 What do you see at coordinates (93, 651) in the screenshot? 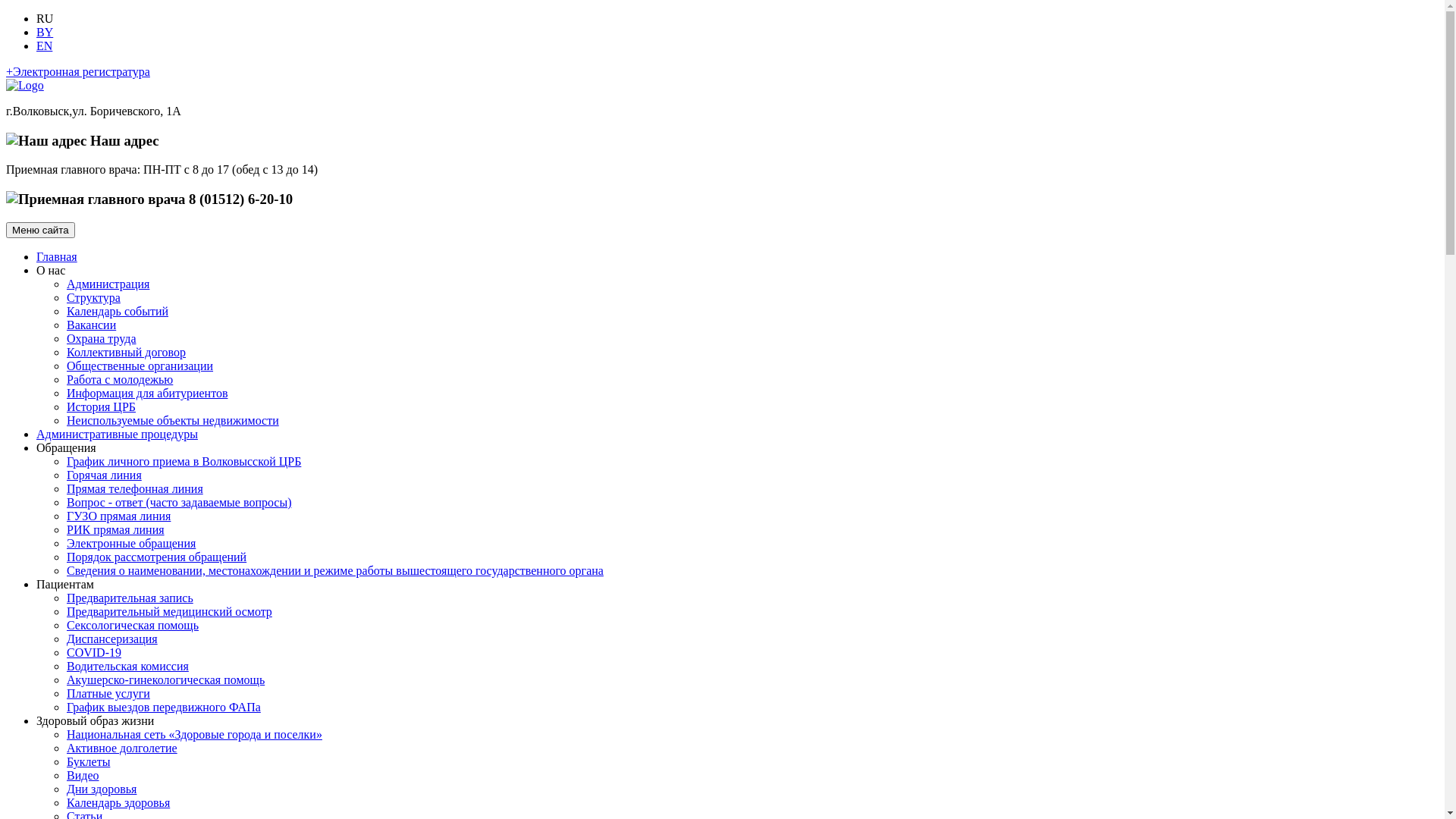
I see `'COVID-19'` at bounding box center [93, 651].